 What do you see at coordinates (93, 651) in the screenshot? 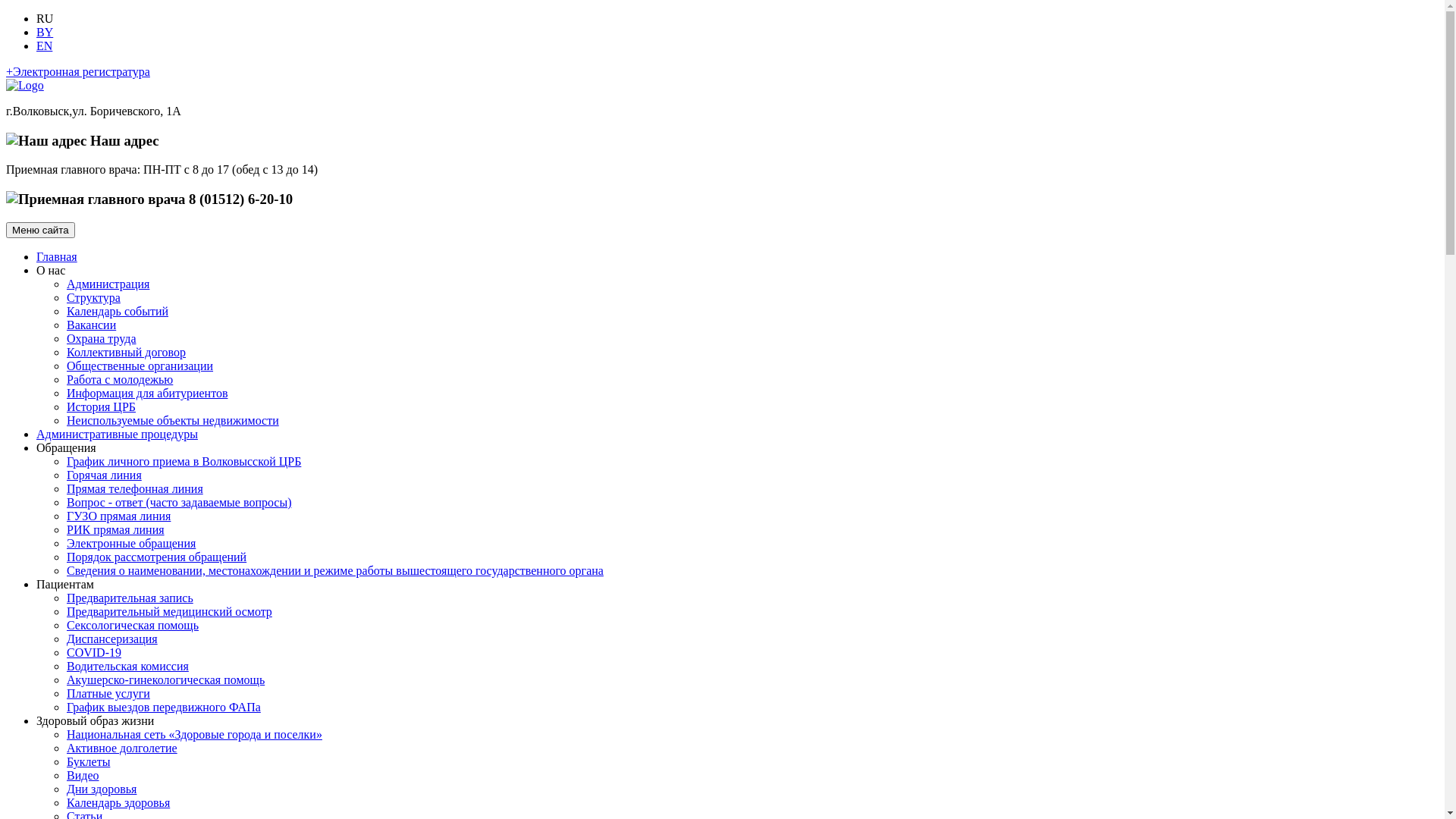
I see `'COVID-19'` at bounding box center [93, 651].